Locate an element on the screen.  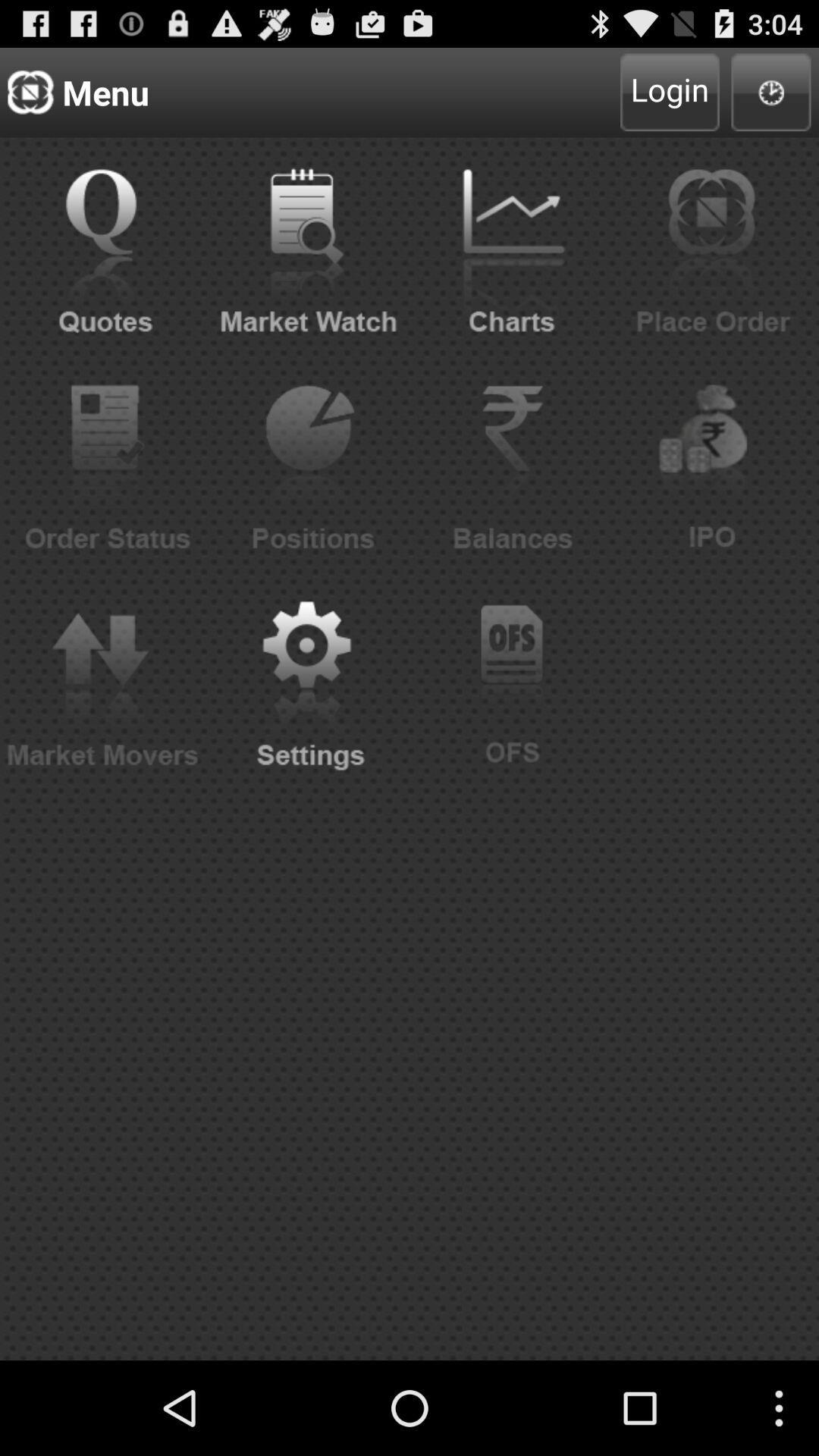
the icon to the right of login item is located at coordinates (771, 91).